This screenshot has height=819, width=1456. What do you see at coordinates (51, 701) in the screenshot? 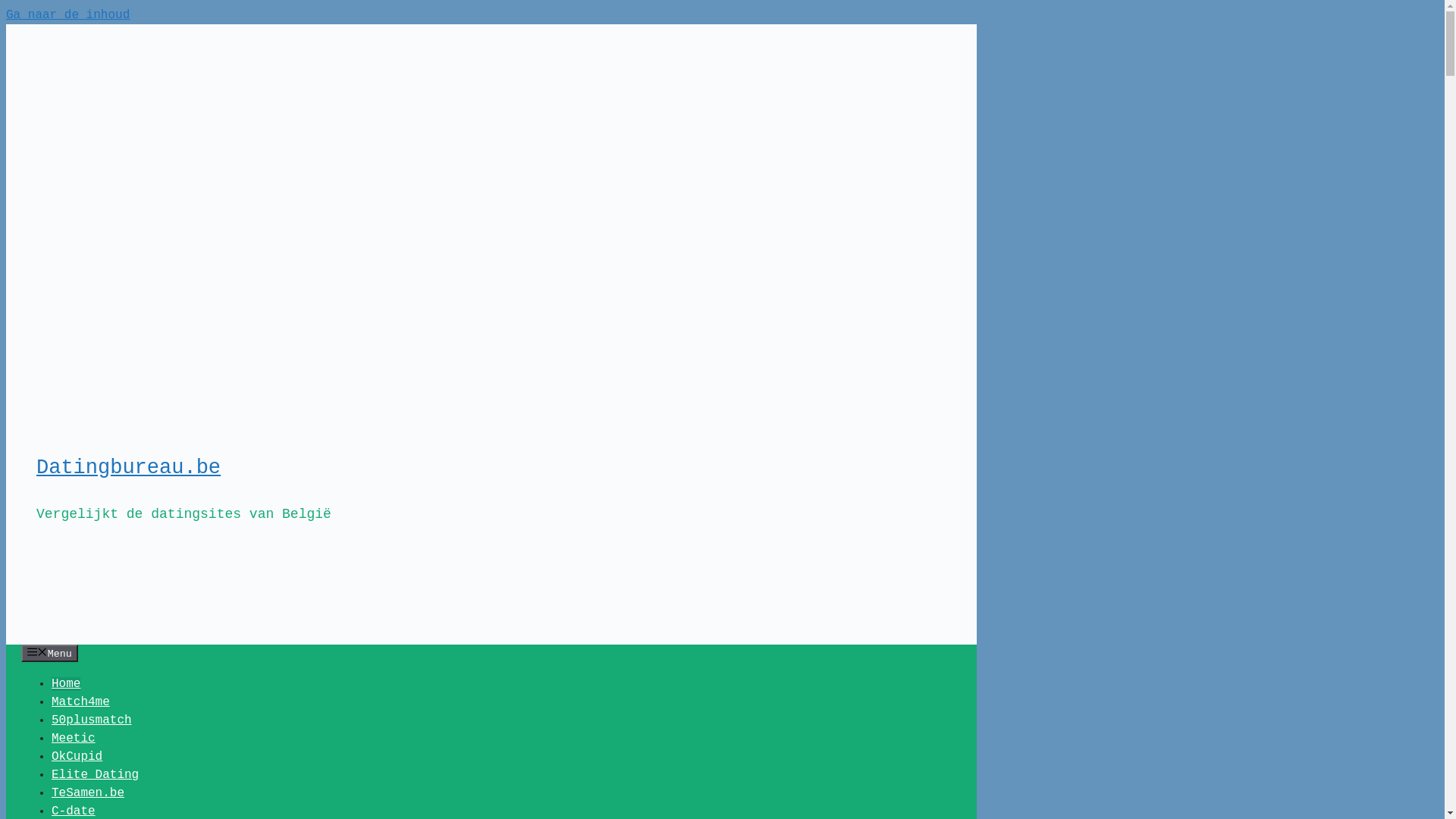
I see `'Match4me'` at bounding box center [51, 701].